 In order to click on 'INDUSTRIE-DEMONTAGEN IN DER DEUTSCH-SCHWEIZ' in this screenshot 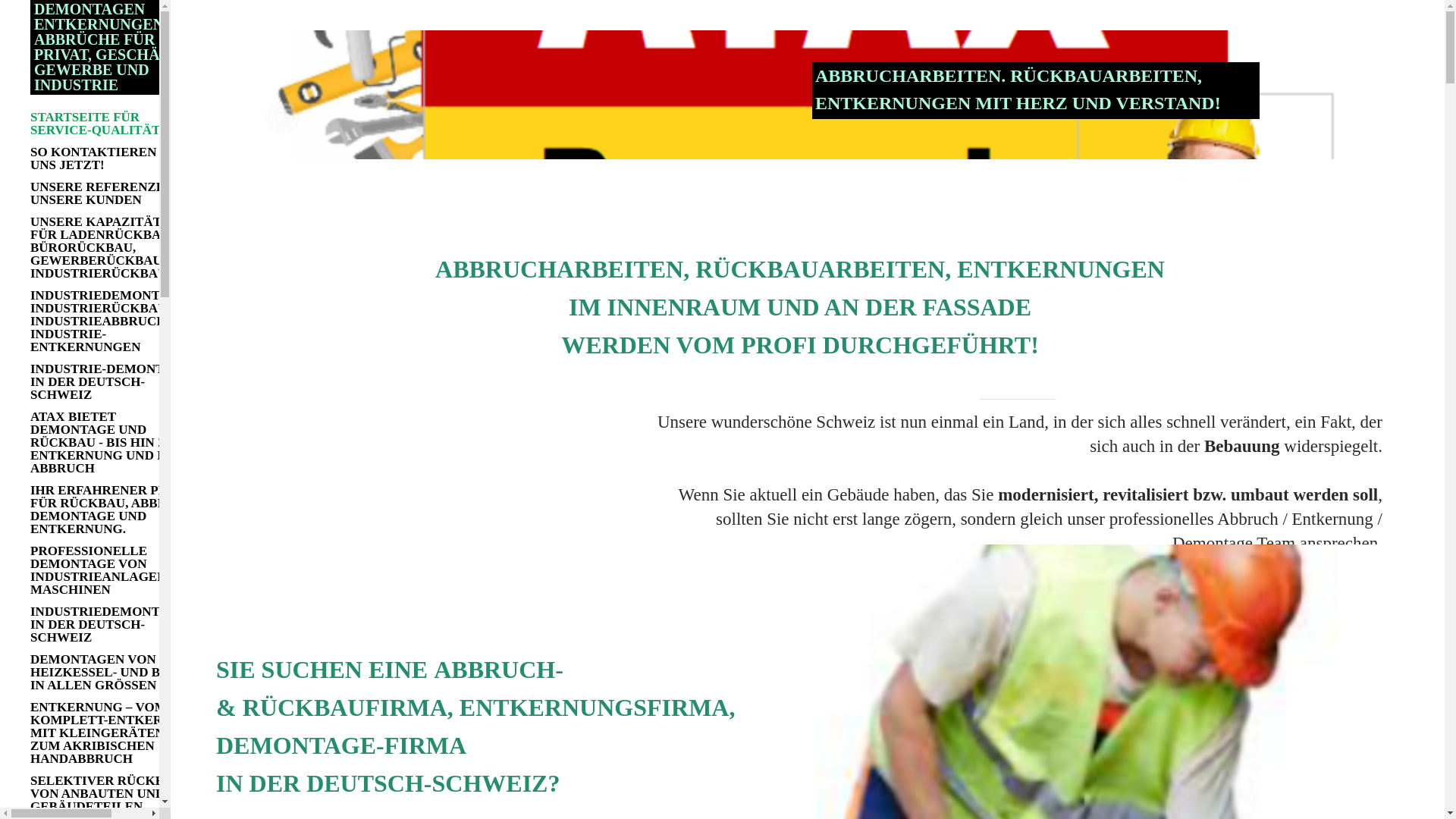, I will do `click(115, 381)`.